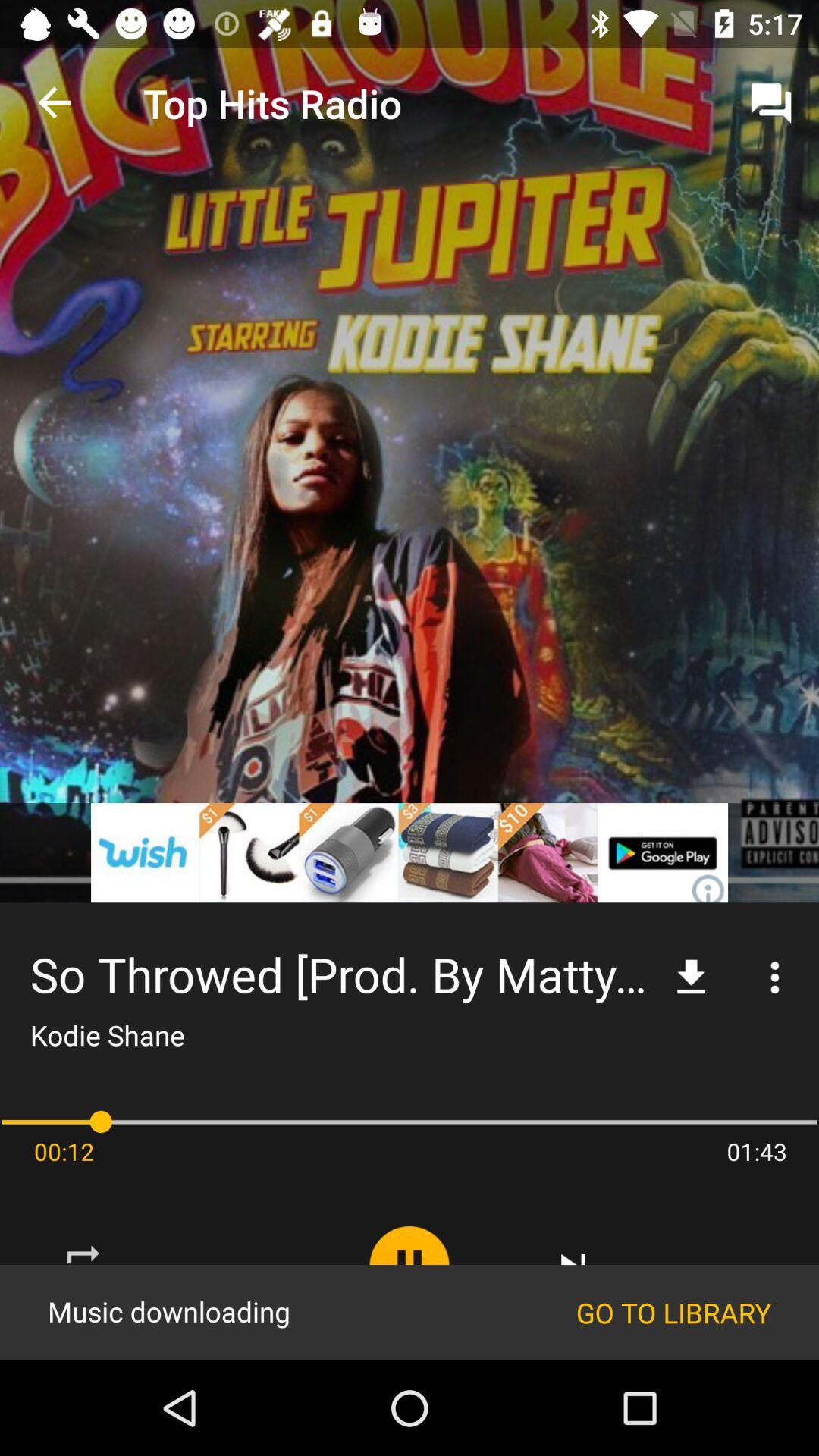 The image size is (819, 1456). I want to click on the more icon, so click(775, 977).